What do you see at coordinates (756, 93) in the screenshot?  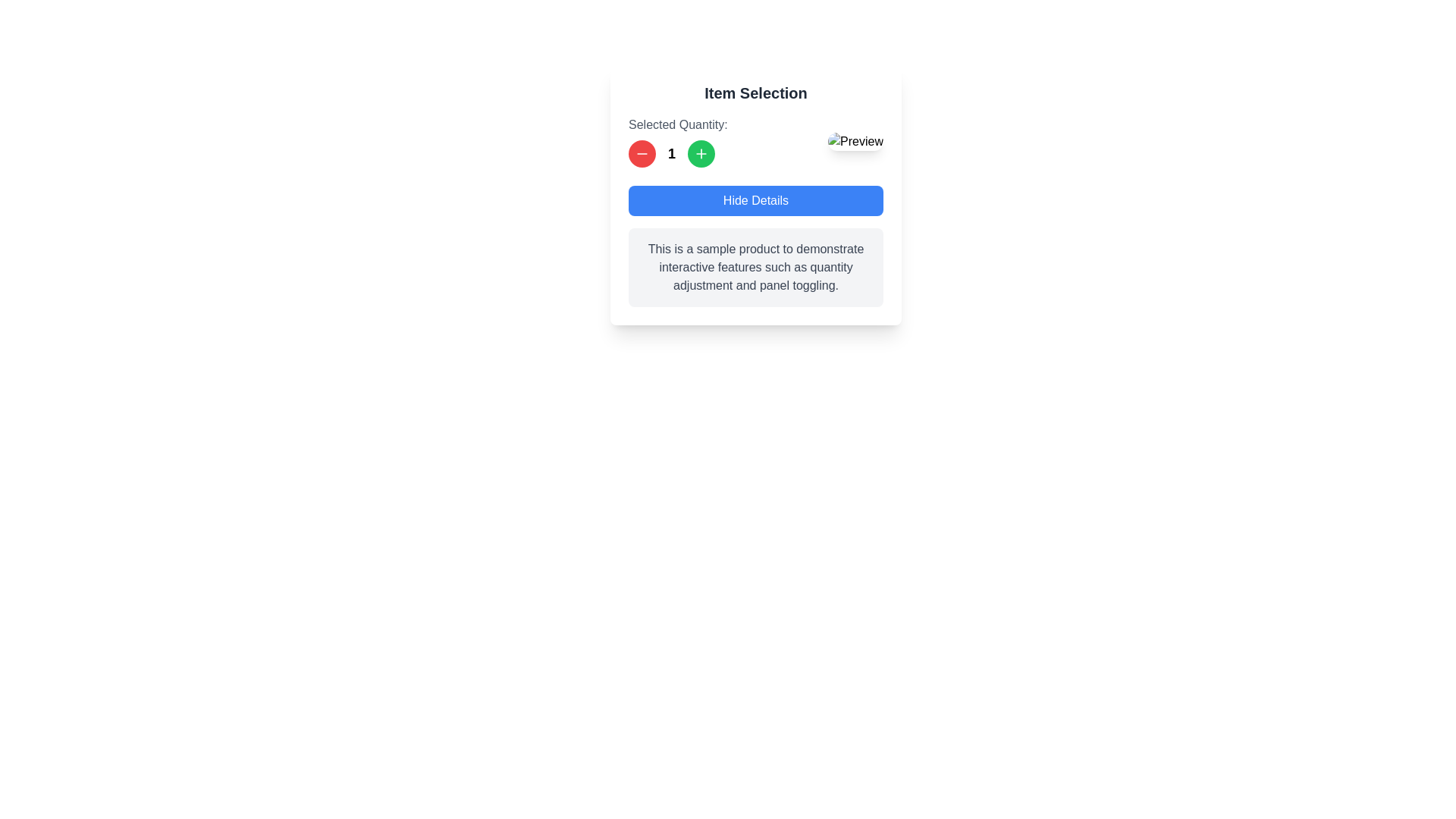 I see `the Text label that serves as the title for the card indicating its purpose or main content (Item Selection). It is located at the top of a white box with rounded corners and a shadow effect, above other elements like the selected quantity row and interaction buttons` at bounding box center [756, 93].